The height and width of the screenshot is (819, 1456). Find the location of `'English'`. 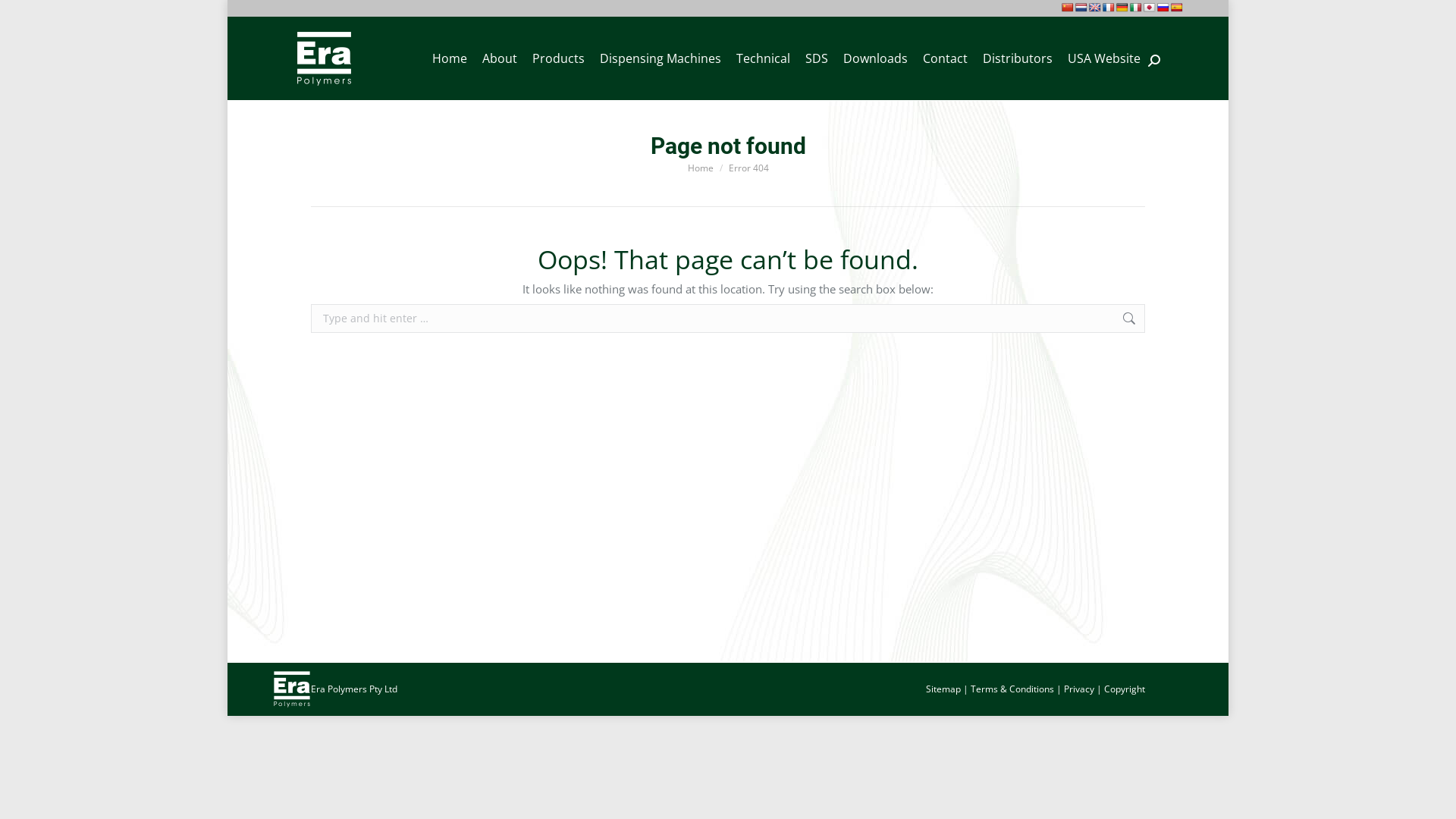

'English' is located at coordinates (1095, 8).